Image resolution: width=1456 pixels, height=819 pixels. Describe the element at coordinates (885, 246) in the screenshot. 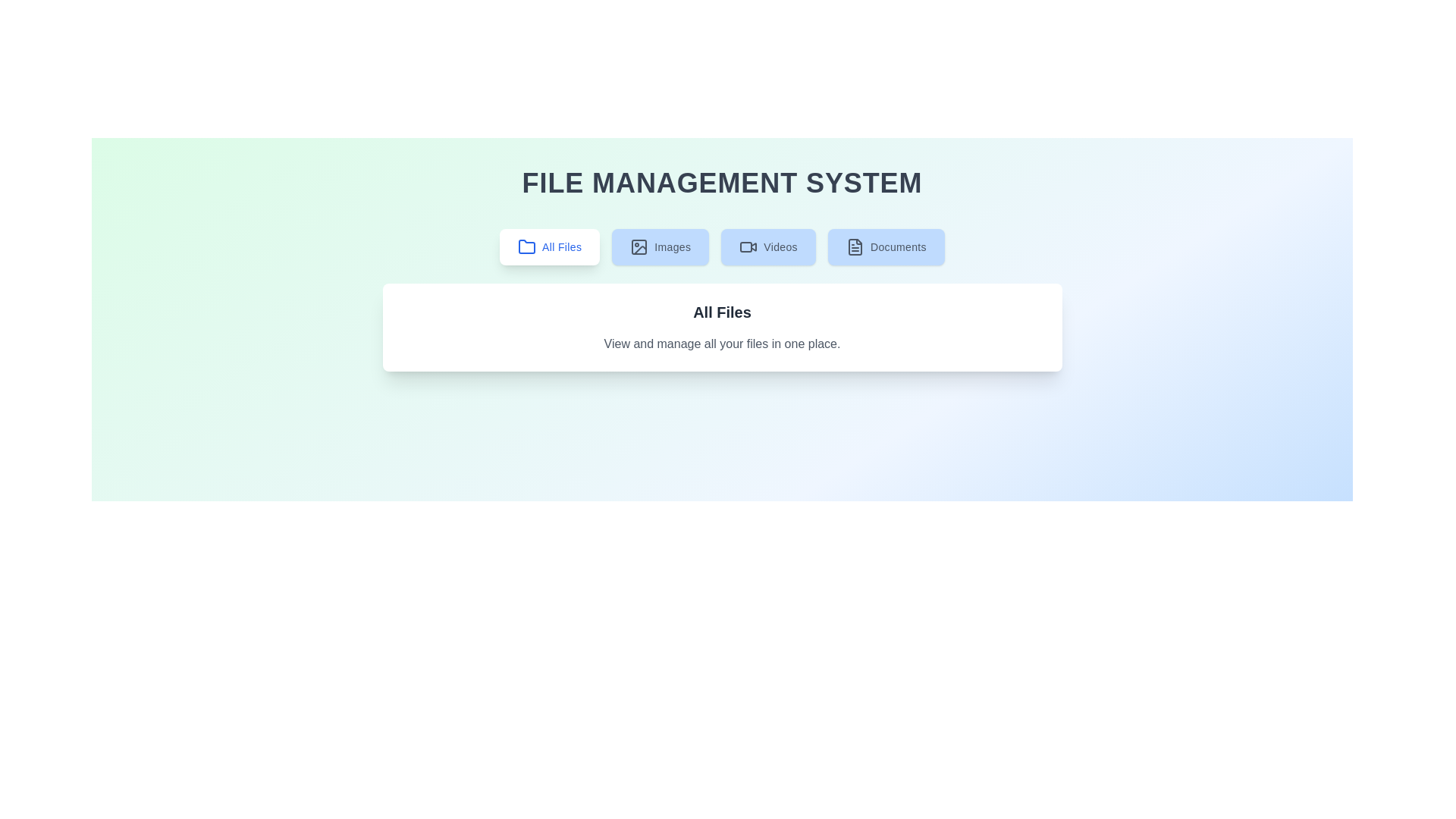

I see `the Documents tab to view the corresponding file category` at that location.